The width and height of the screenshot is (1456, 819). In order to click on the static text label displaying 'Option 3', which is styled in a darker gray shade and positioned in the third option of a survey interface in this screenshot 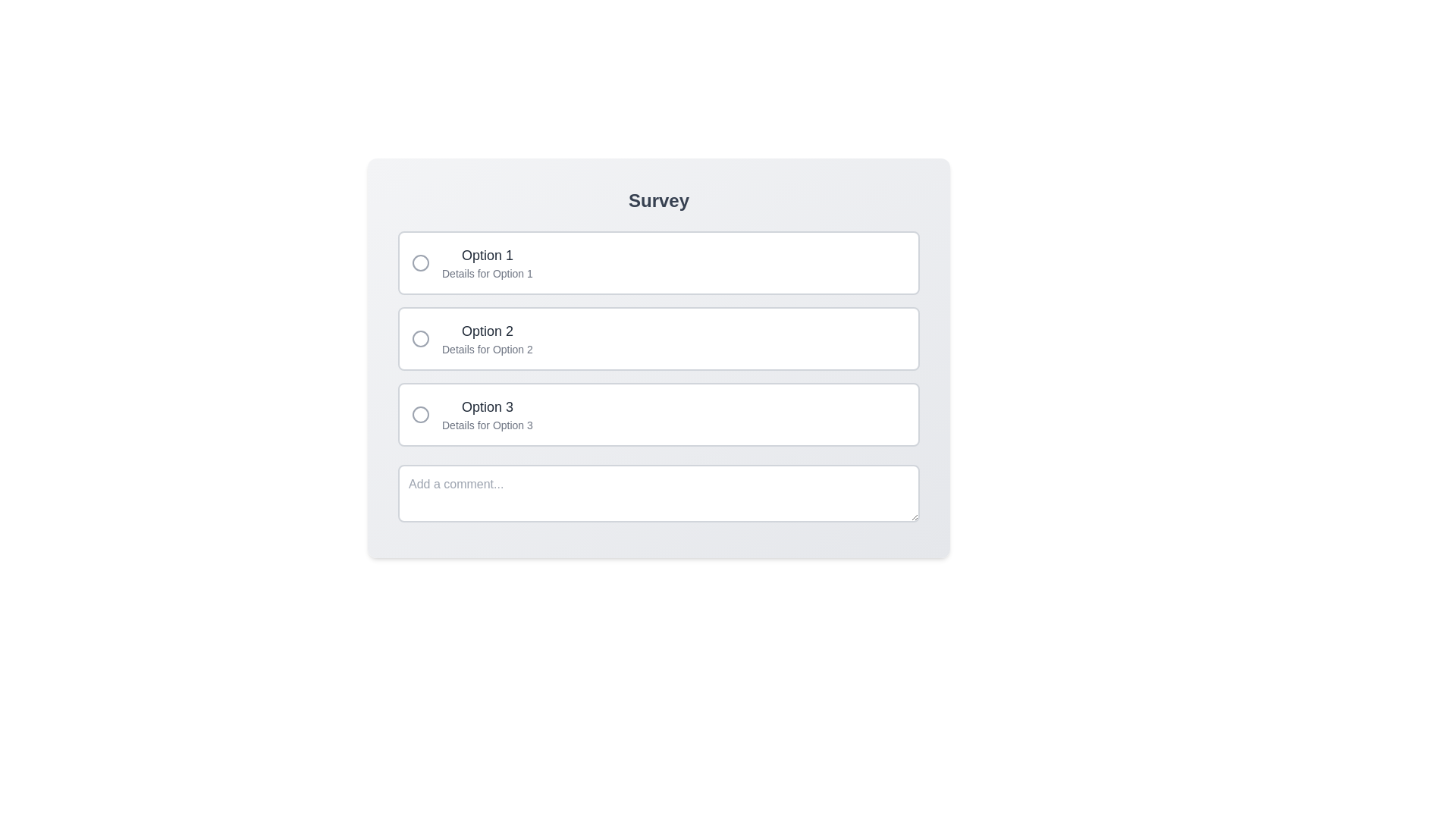, I will do `click(488, 406)`.